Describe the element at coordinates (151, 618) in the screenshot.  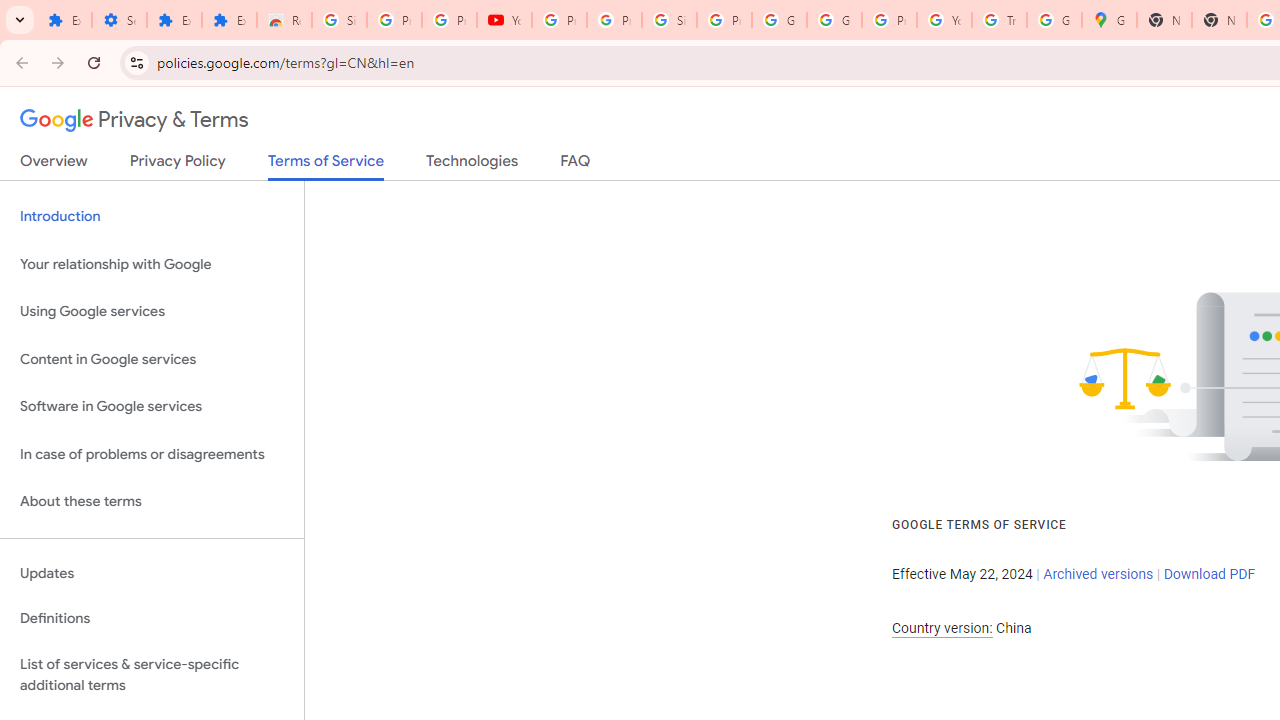
I see `'Definitions'` at that location.